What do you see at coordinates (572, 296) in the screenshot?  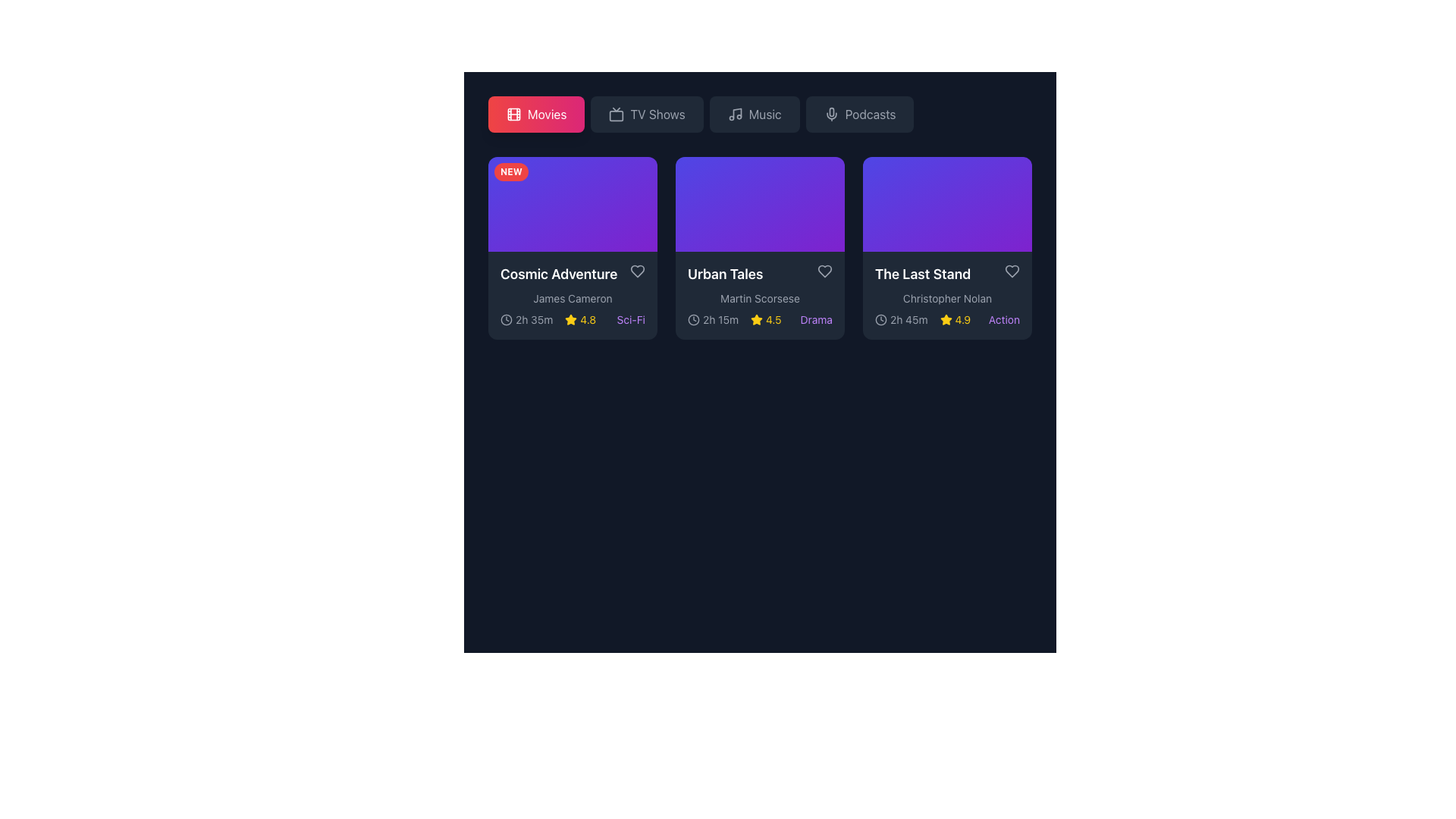 I see `the Information card section of the movie titled 'Cosmic Adventure' located at the bottom of the first card with a purple gradient header labeled 'NEW'` at bounding box center [572, 296].